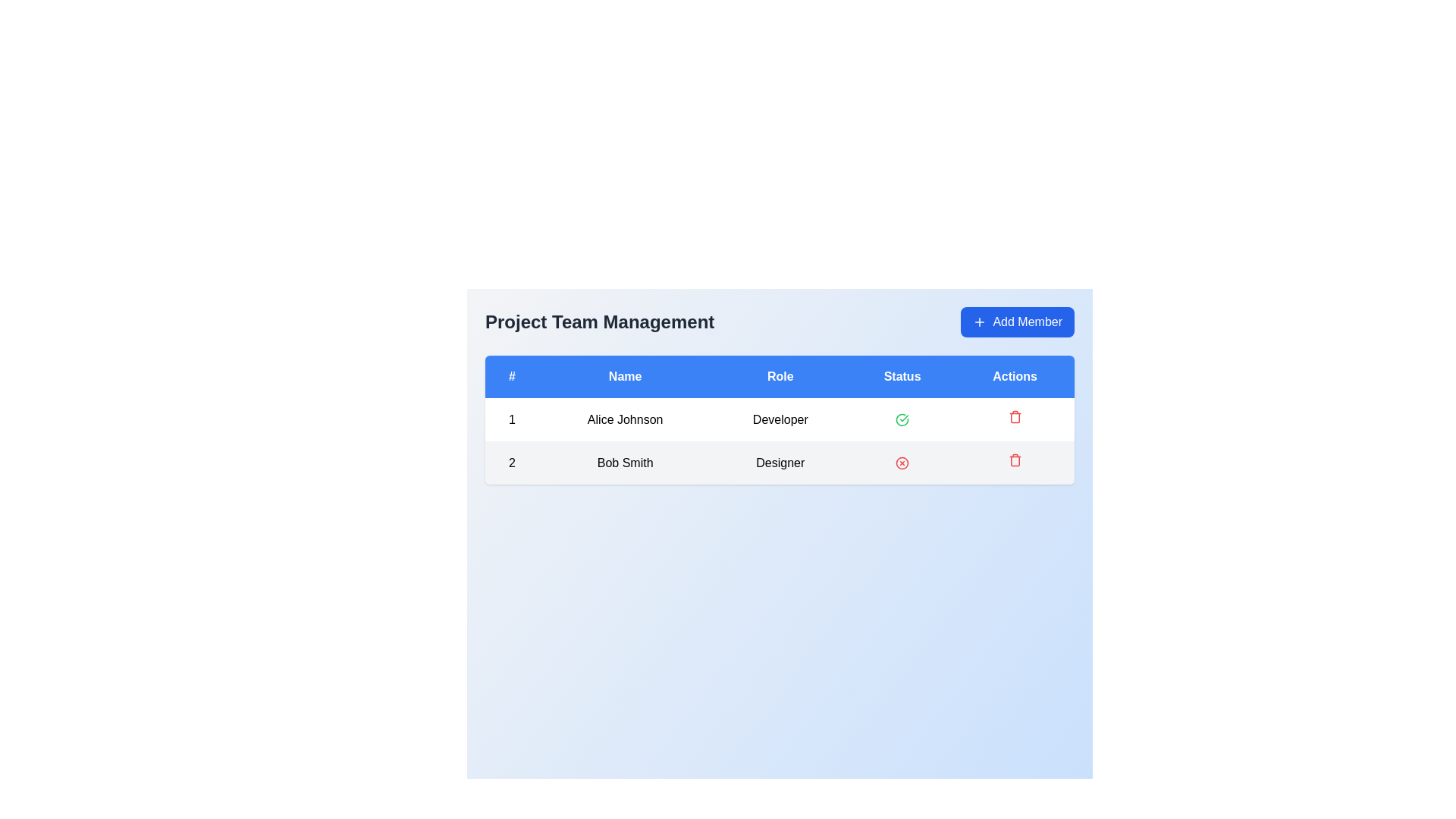  I want to click on success icon located in the 'Status' column of the first row in the table to understand its status meaning, so click(902, 419).